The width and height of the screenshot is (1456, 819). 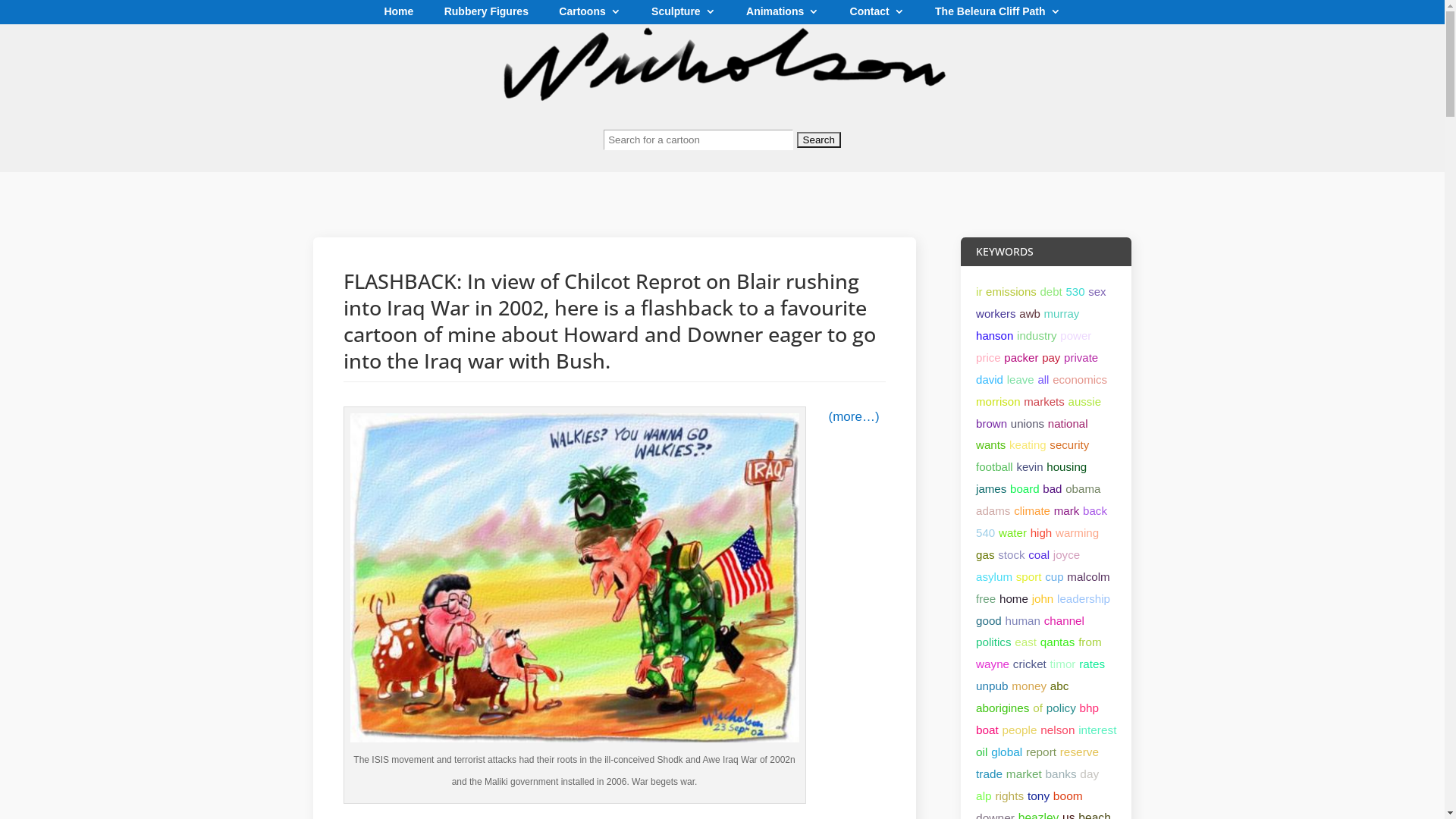 What do you see at coordinates (998, 400) in the screenshot?
I see `'morrison'` at bounding box center [998, 400].